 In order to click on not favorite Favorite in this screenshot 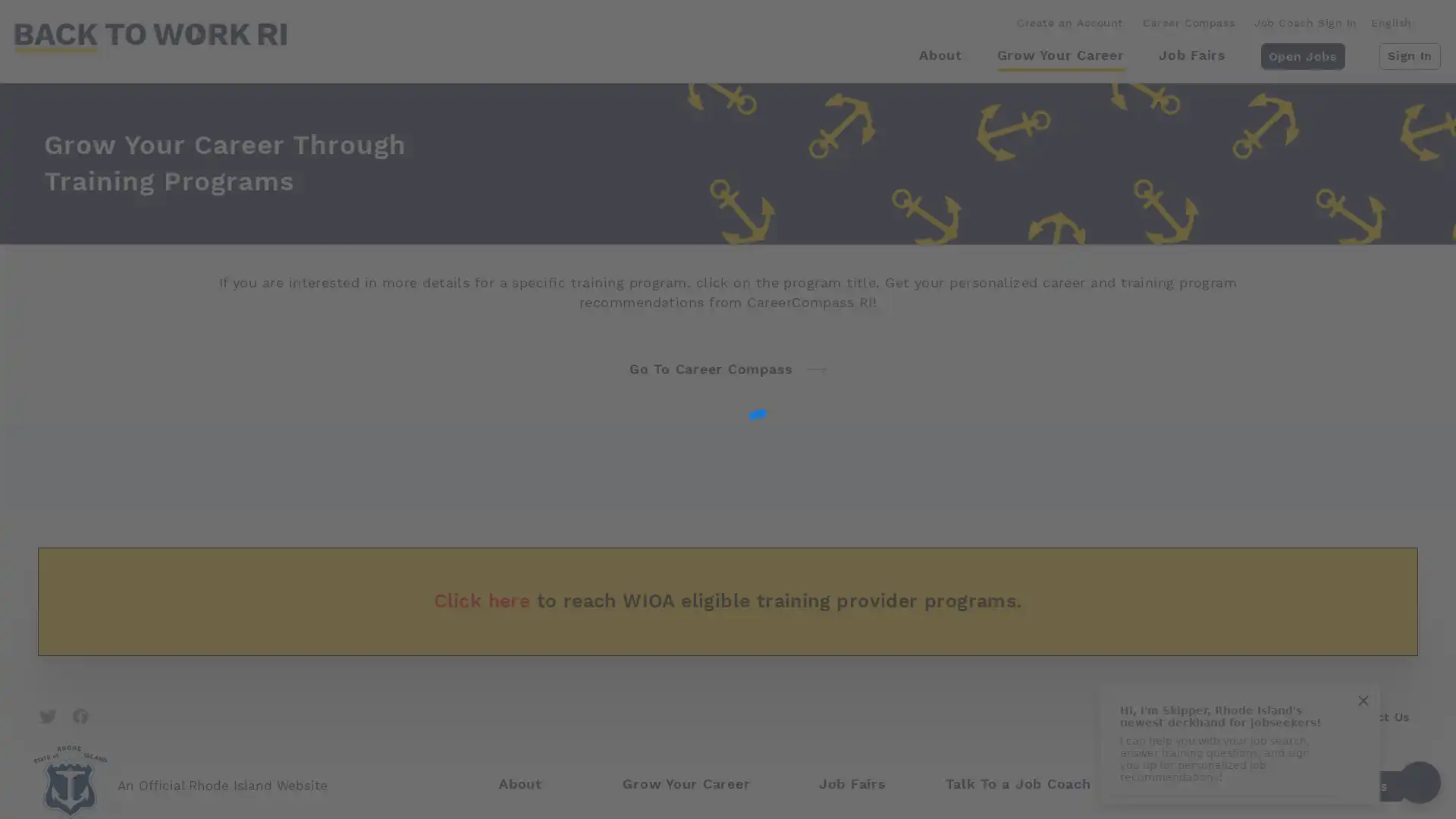, I will do `click(1349, 479)`.